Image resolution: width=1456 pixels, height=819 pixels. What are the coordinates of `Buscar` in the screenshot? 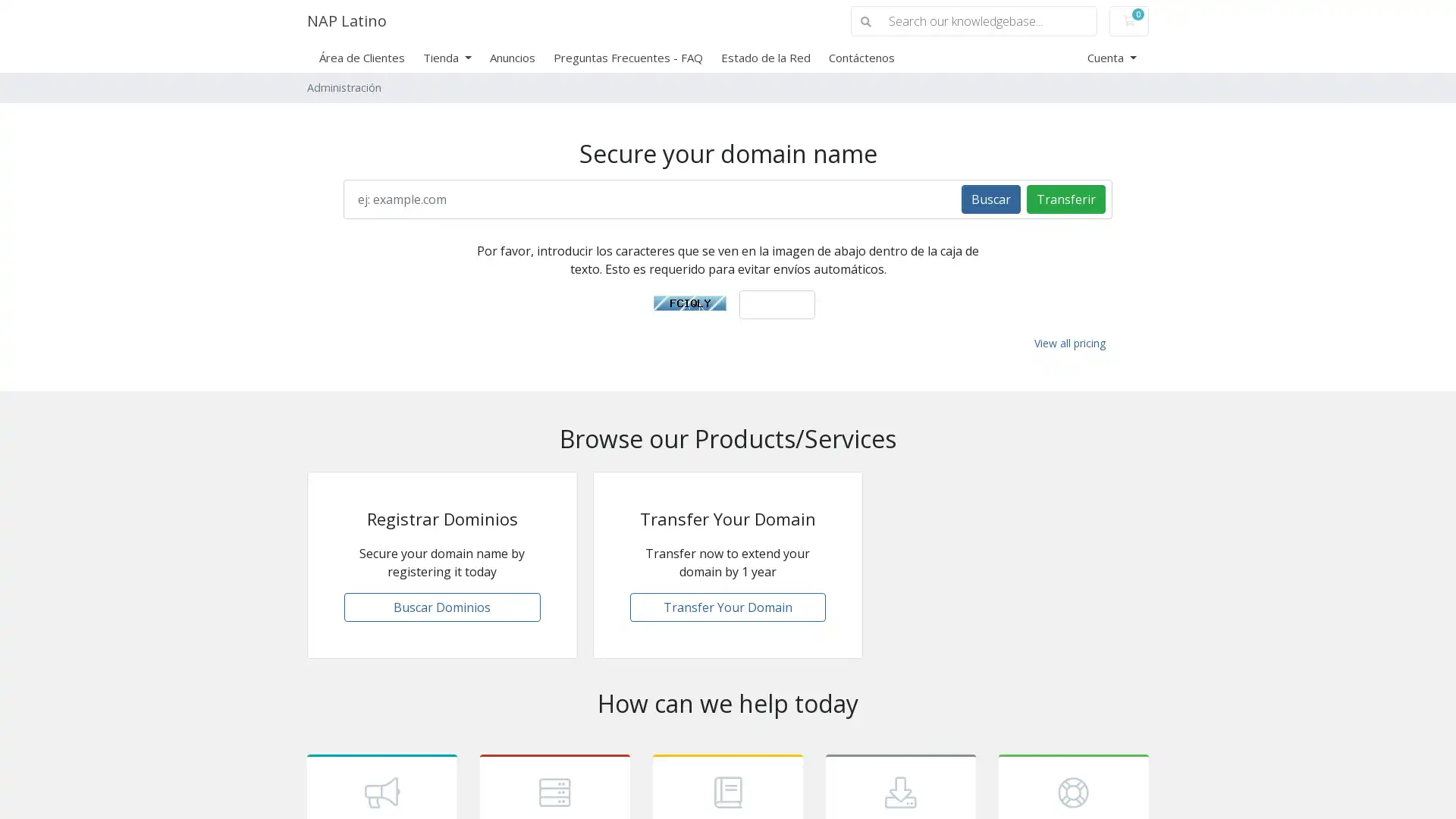 It's located at (990, 198).